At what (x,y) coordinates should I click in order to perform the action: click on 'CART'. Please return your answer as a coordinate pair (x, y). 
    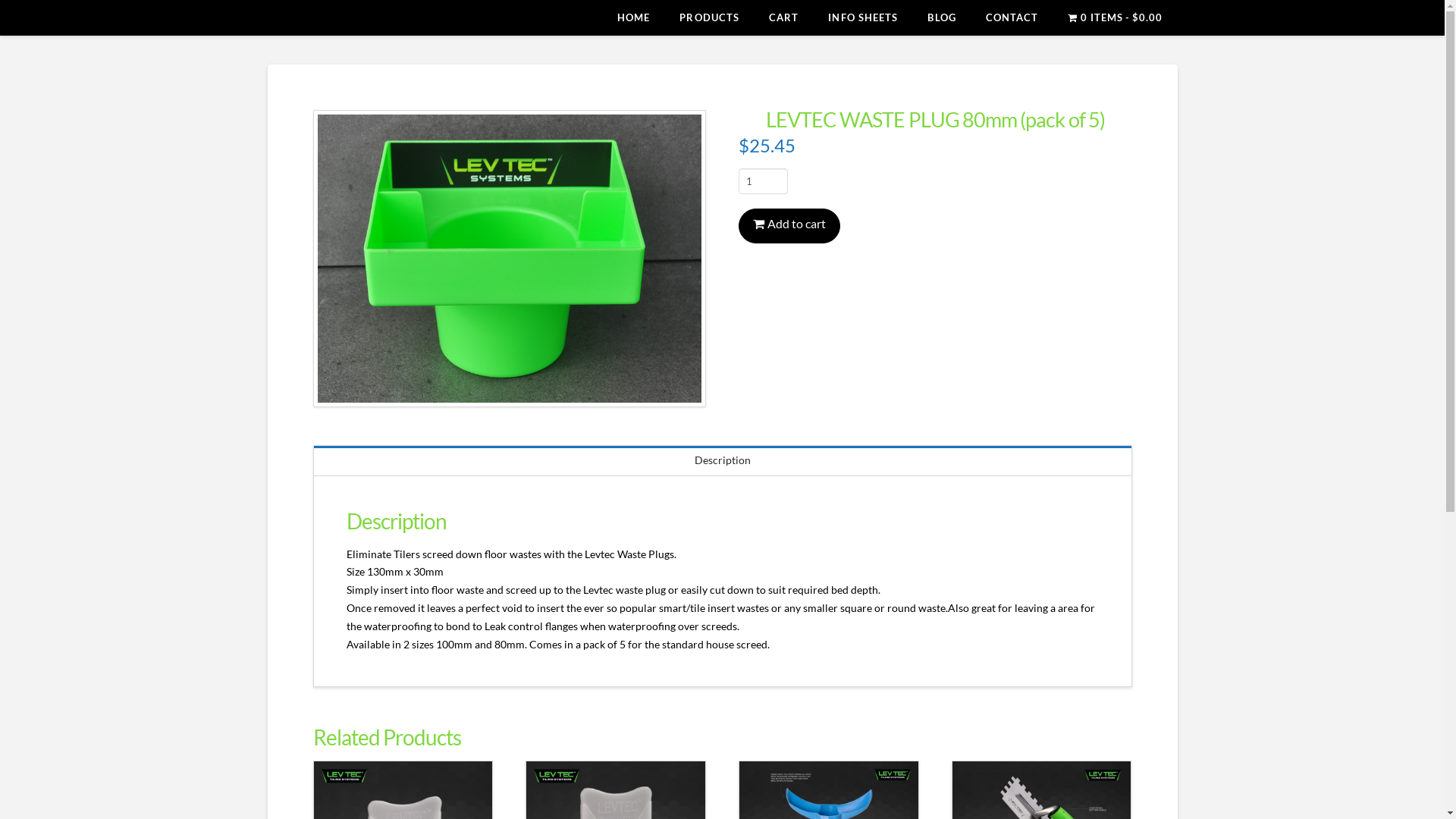
    Looking at the image, I should click on (783, 17).